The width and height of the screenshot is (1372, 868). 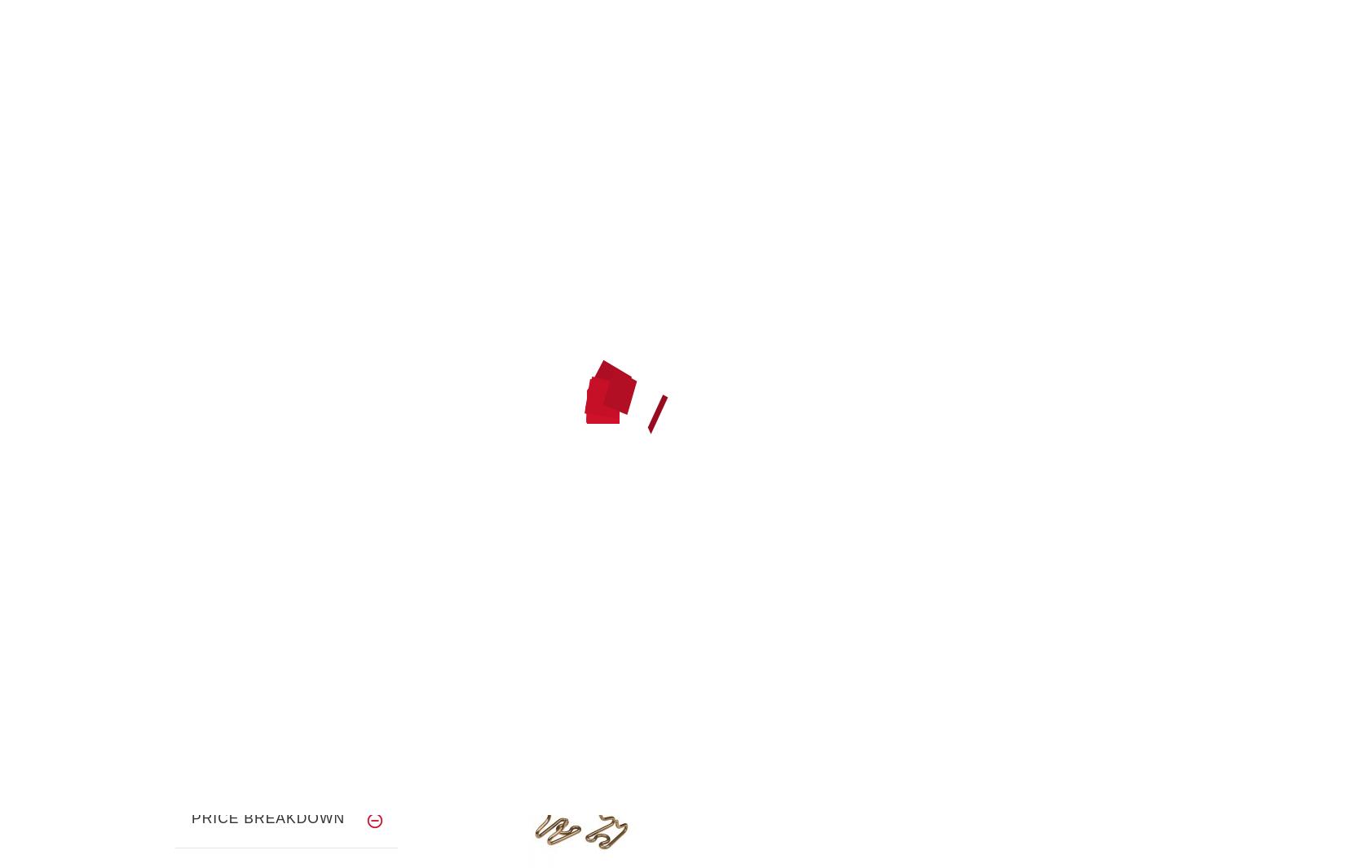 I want to click on 'NeckTech Collars', so click(x=297, y=196).